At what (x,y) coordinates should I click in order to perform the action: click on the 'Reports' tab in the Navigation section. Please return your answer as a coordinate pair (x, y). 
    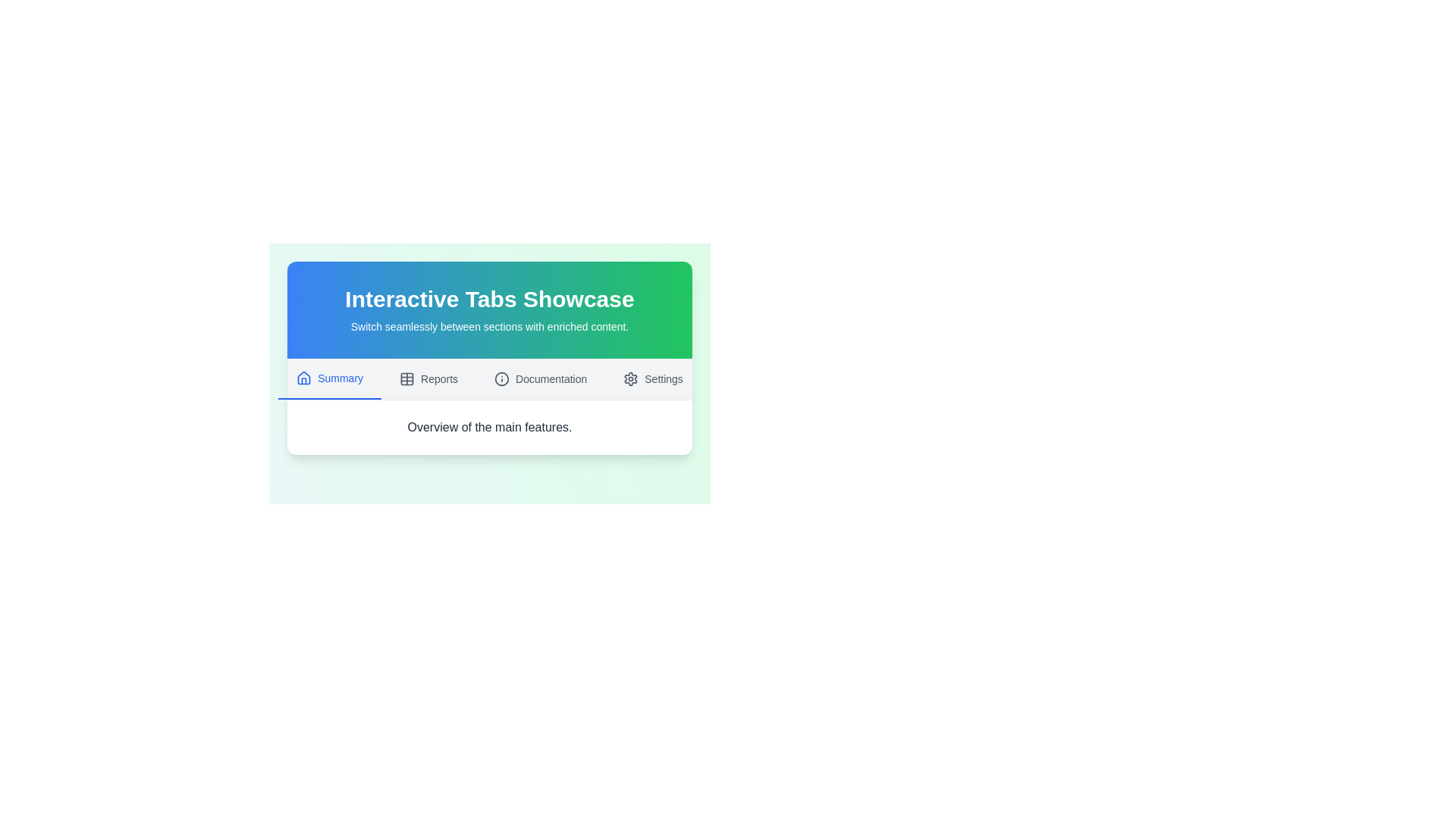
    Looking at the image, I should click on (428, 378).